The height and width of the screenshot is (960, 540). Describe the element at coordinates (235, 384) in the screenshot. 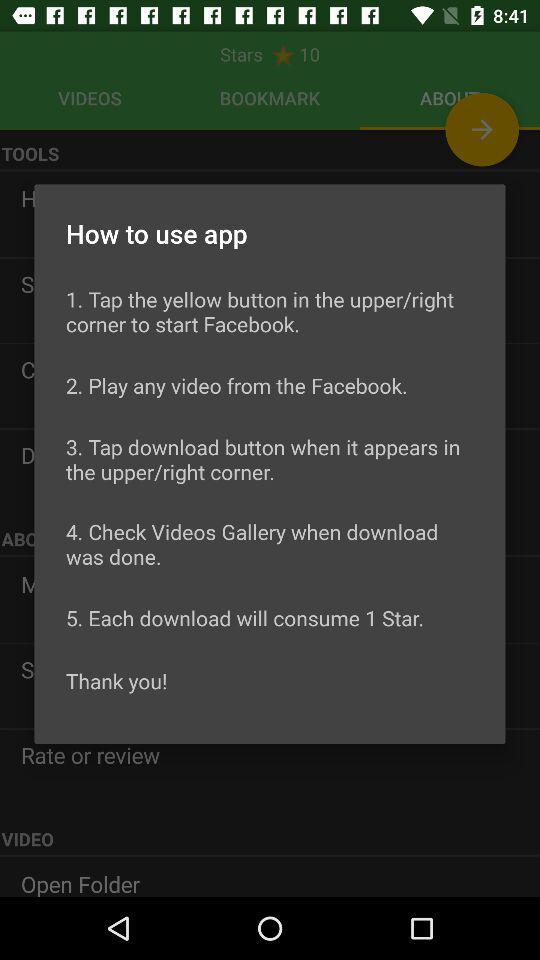

I see `item above 3 tap download item` at that location.